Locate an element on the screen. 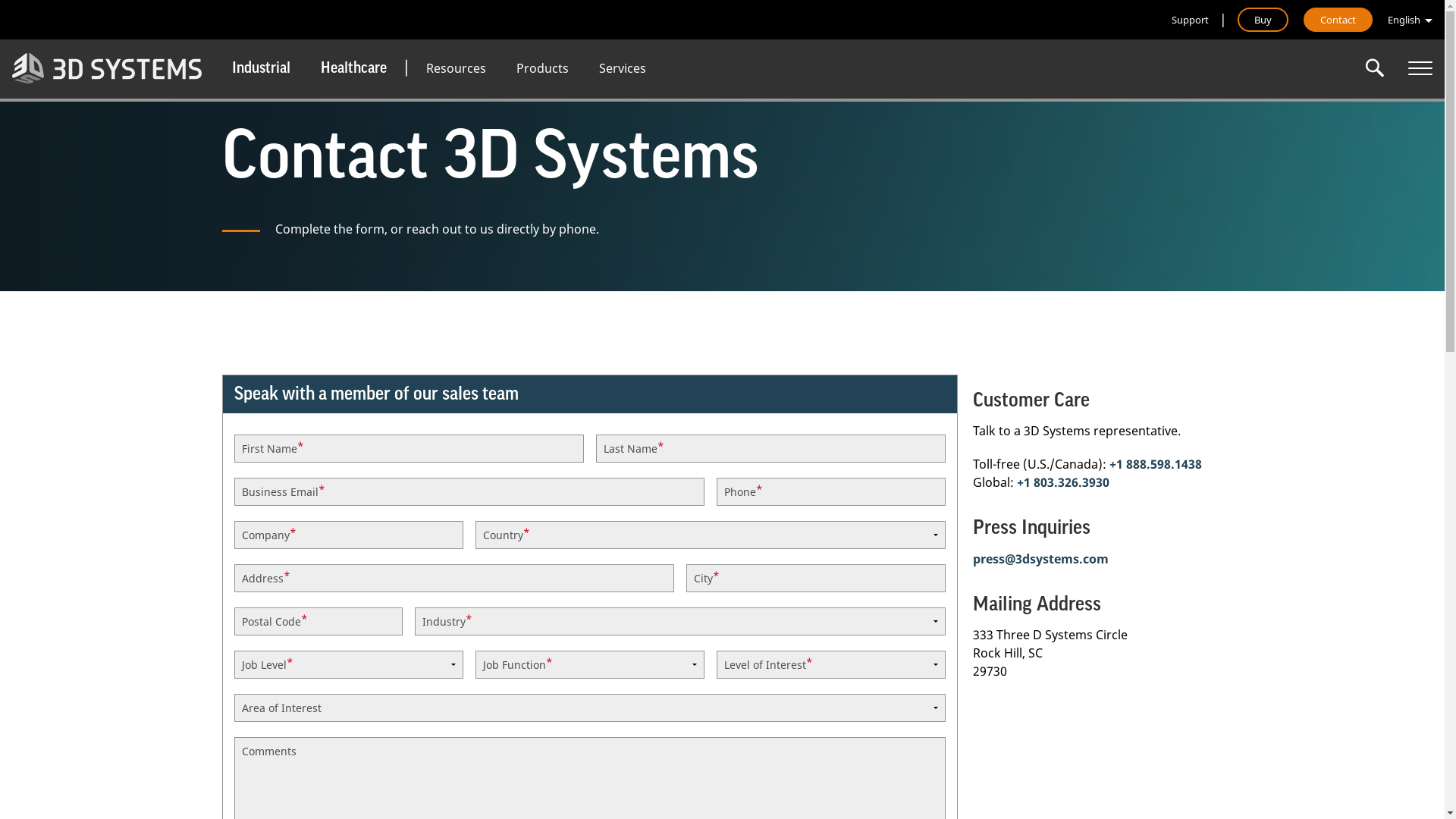 The image size is (1456, 819). '+1 803.326.3930' is located at coordinates (1062, 482).